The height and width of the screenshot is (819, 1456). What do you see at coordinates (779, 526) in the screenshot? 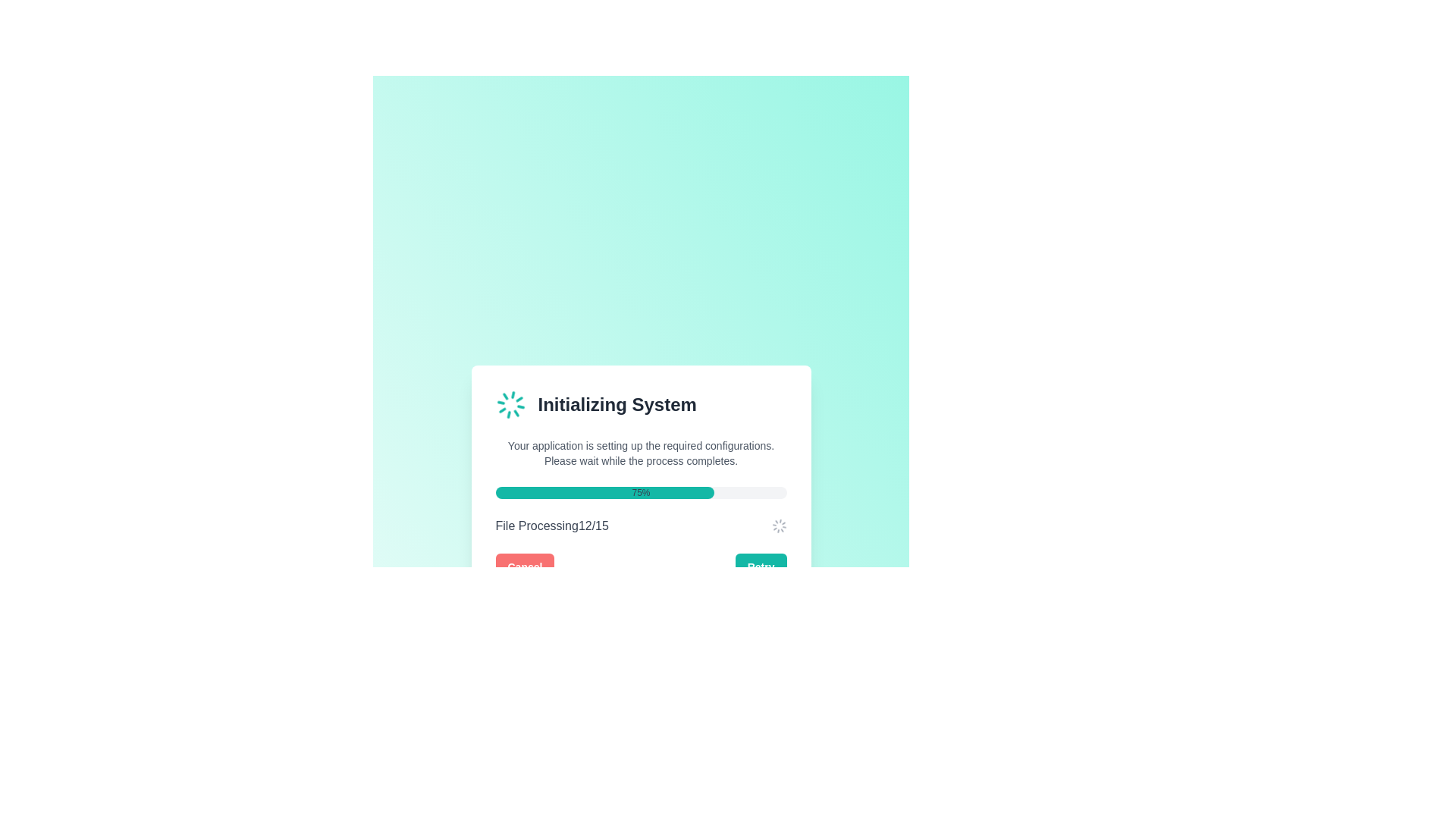
I see `the loader or spinner indicator located at the far right end of the 'File Processing12/15' section, adjacent to the progress text` at bounding box center [779, 526].